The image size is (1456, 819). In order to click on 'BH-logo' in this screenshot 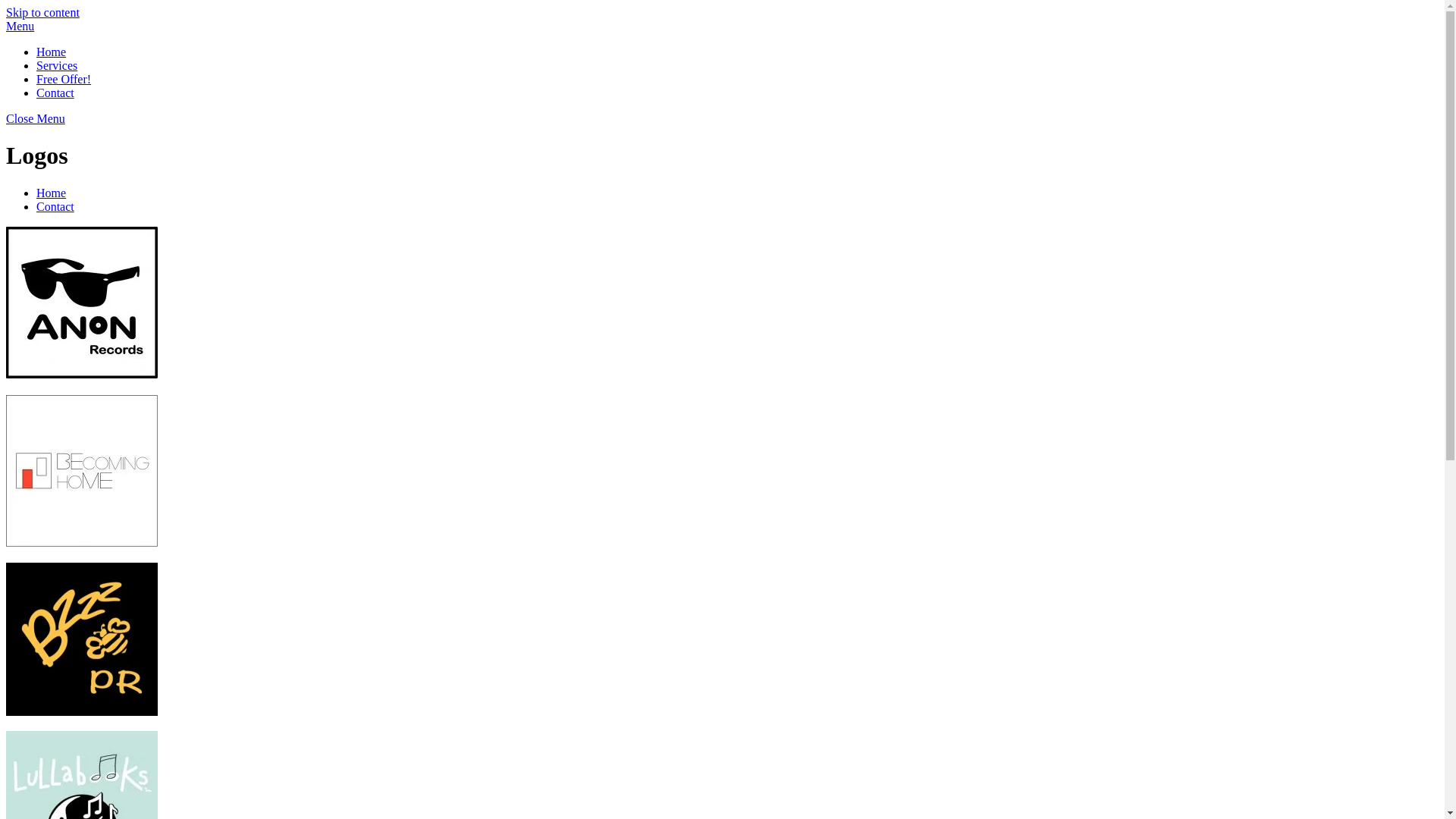, I will do `click(81, 470)`.